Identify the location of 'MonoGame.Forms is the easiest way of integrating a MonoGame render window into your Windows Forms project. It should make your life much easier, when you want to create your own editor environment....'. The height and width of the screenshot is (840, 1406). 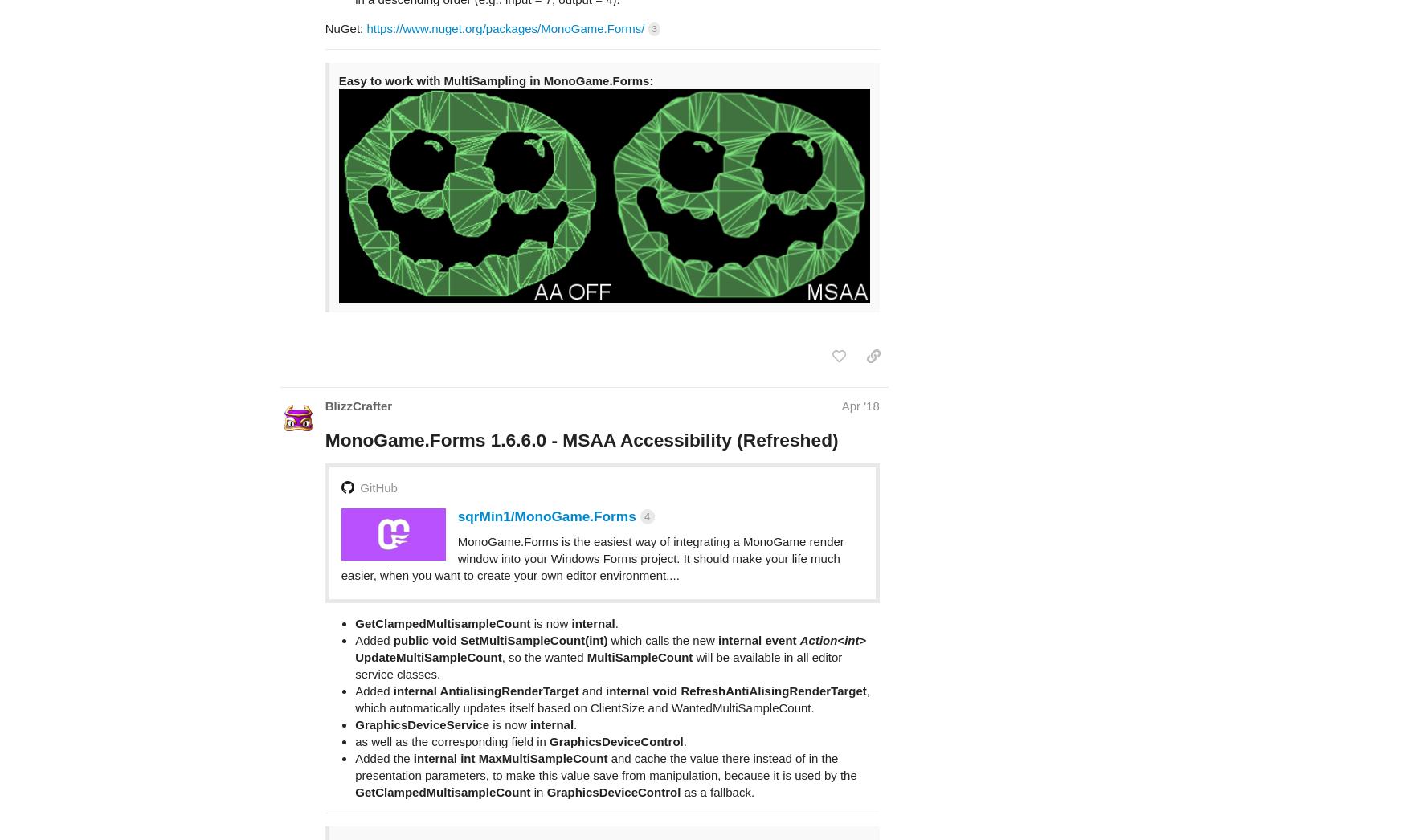
(591, 495).